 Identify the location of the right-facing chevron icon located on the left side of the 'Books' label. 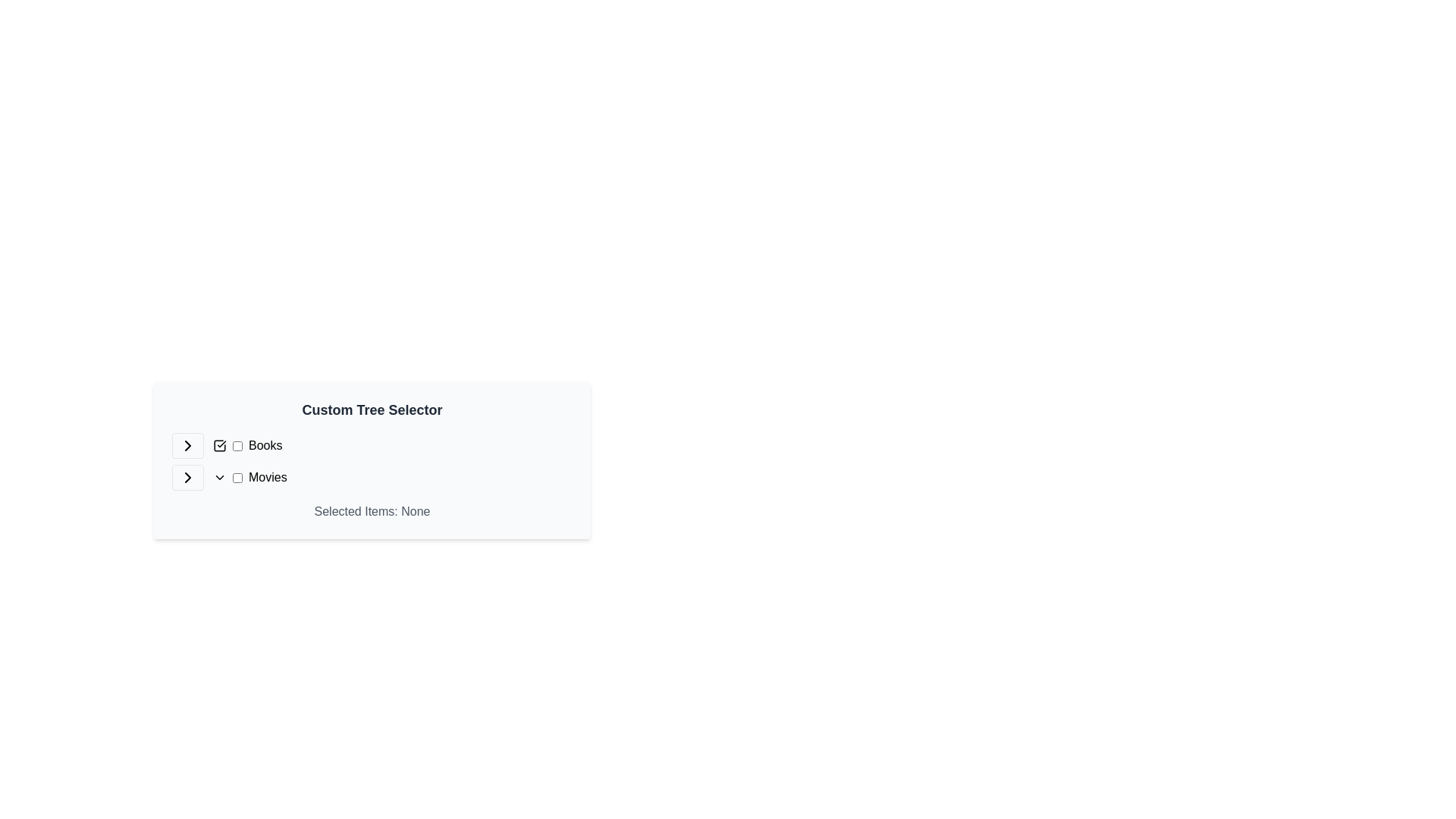
(187, 444).